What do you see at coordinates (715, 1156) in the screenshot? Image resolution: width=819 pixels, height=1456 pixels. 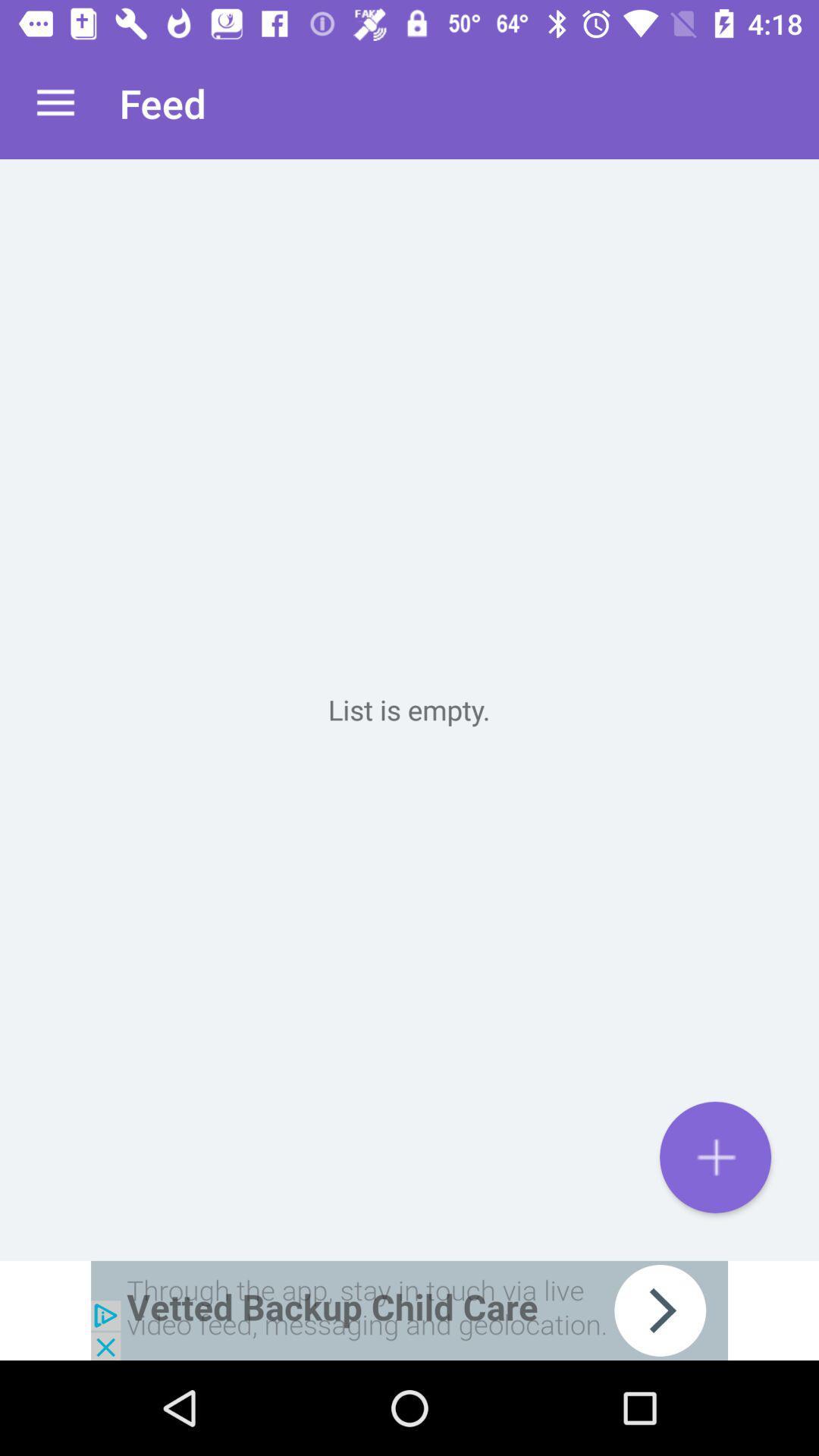 I see `increase` at bounding box center [715, 1156].